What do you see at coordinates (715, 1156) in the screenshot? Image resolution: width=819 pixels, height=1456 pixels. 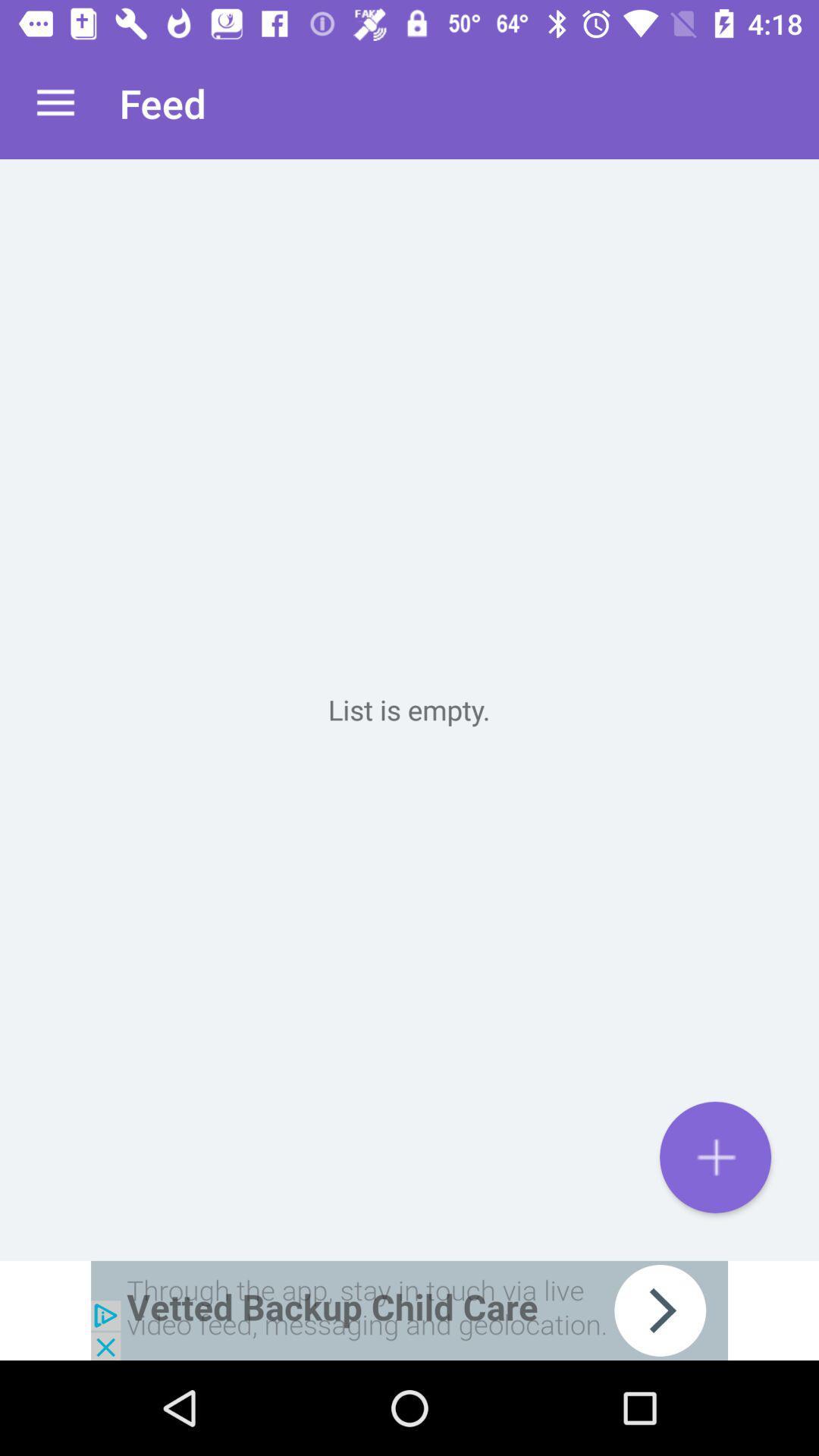 I see `increase` at bounding box center [715, 1156].